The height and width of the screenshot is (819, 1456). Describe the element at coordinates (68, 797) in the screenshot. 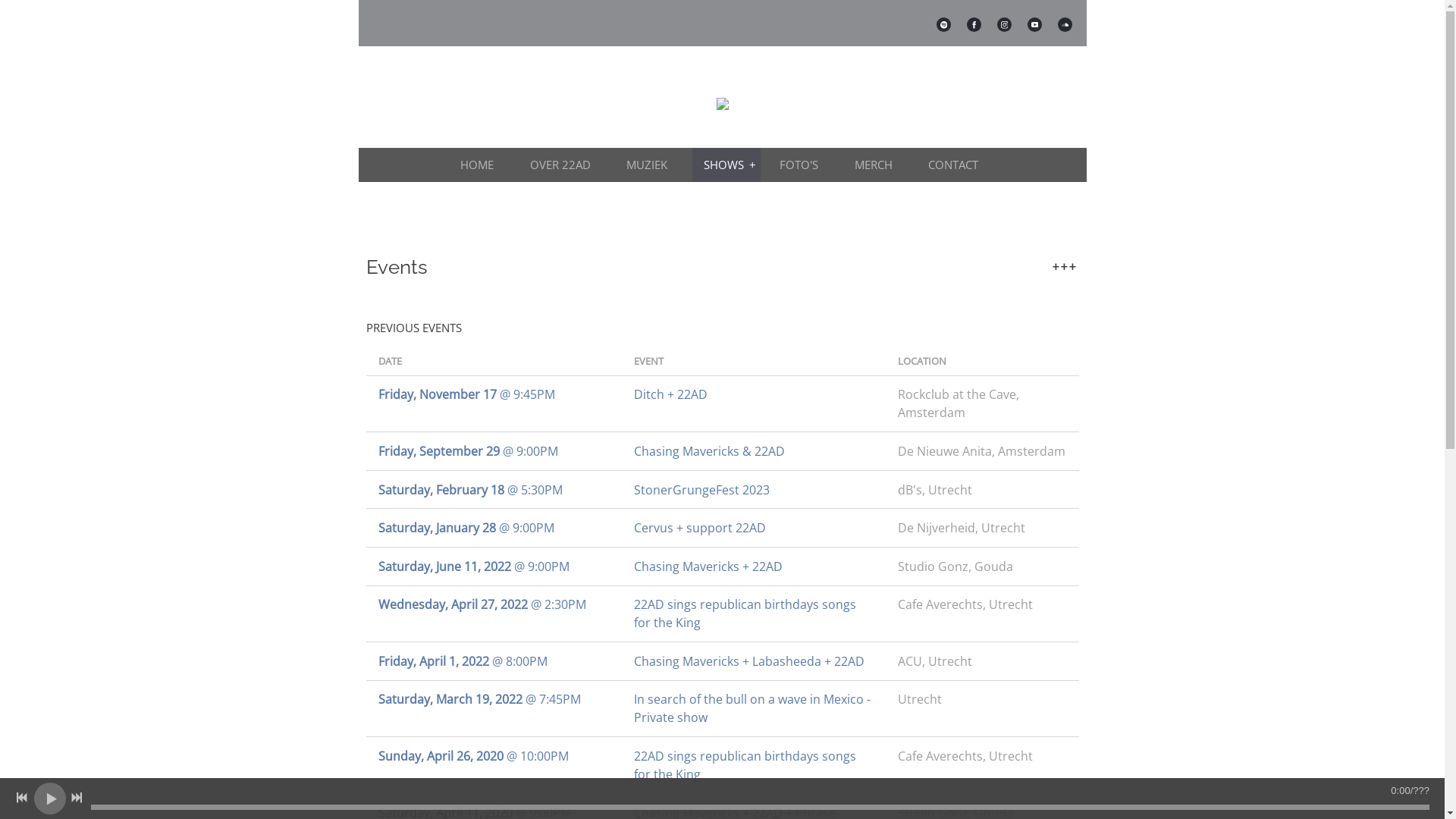

I see `'Next track'` at that location.